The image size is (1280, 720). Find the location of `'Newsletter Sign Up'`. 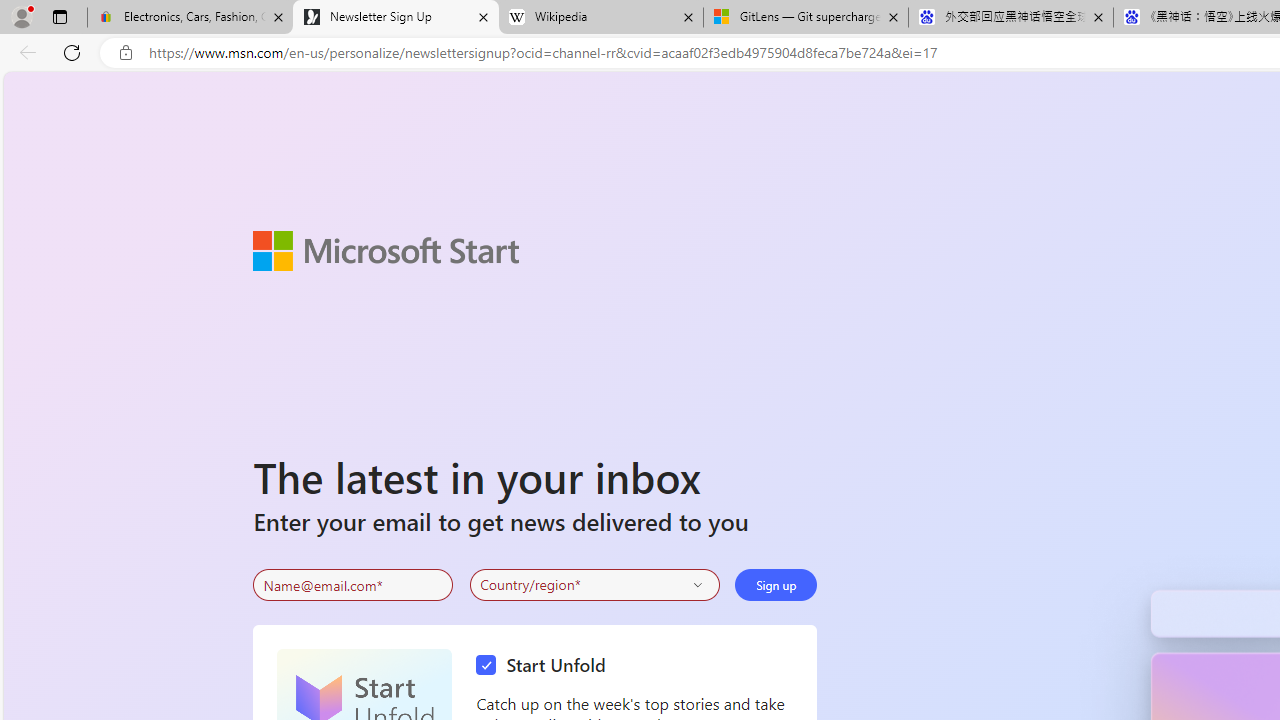

'Newsletter Sign Up' is located at coordinates (396, 17).